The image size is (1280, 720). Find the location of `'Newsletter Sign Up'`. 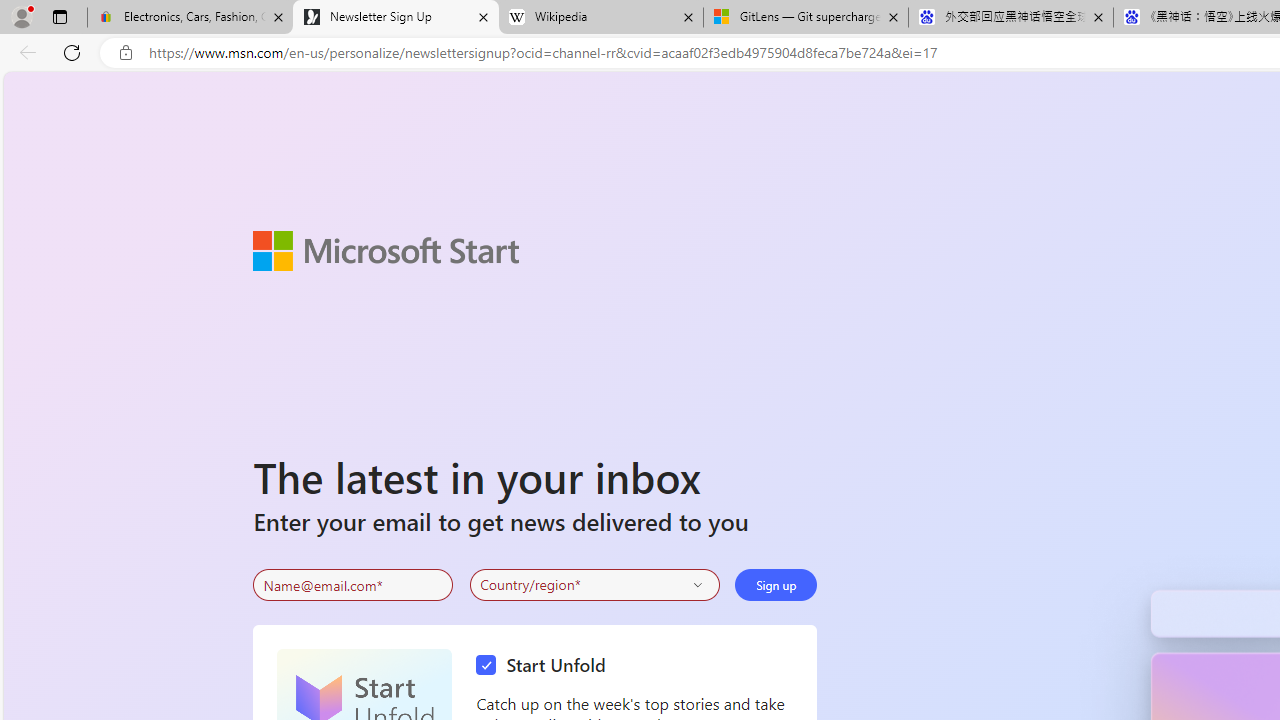

'Newsletter Sign Up' is located at coordinates (396, 17).